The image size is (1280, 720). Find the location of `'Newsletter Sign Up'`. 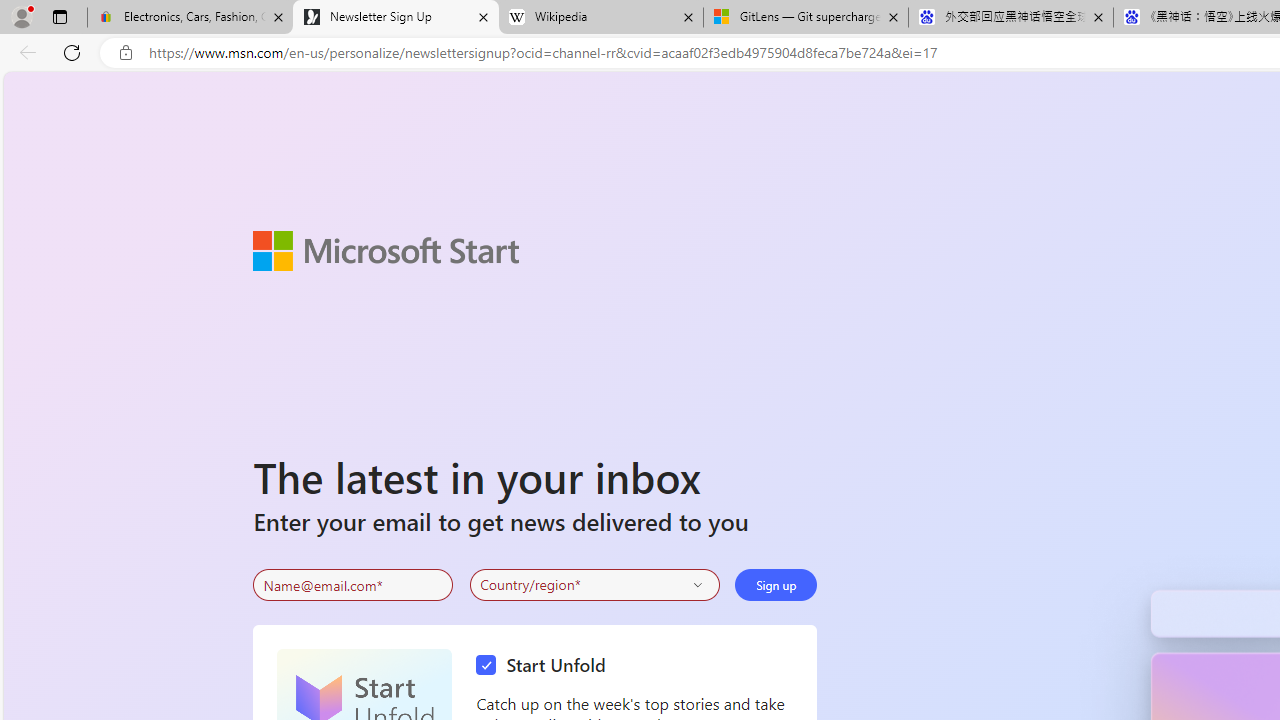

'Newsletter Sign Up' is located at coordinates (396, 17).